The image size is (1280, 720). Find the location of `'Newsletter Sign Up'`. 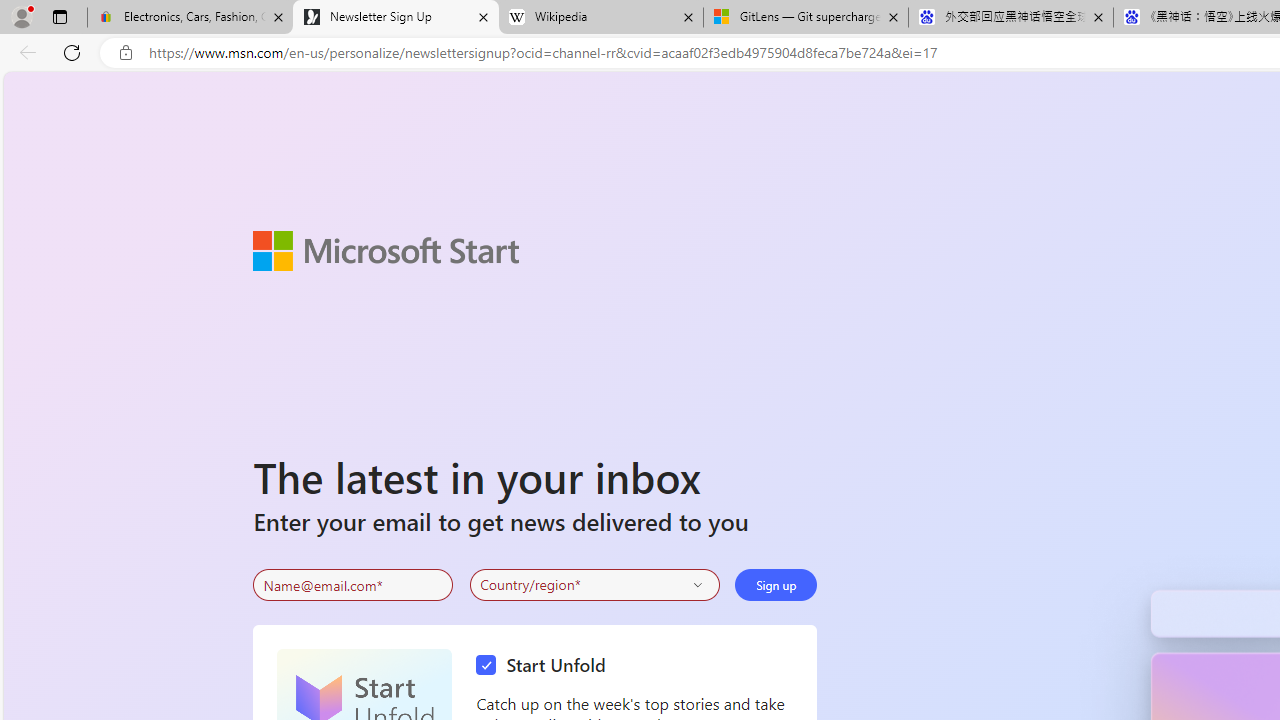

'Newsletter Sign Up' is located at coordinates (396, 17).